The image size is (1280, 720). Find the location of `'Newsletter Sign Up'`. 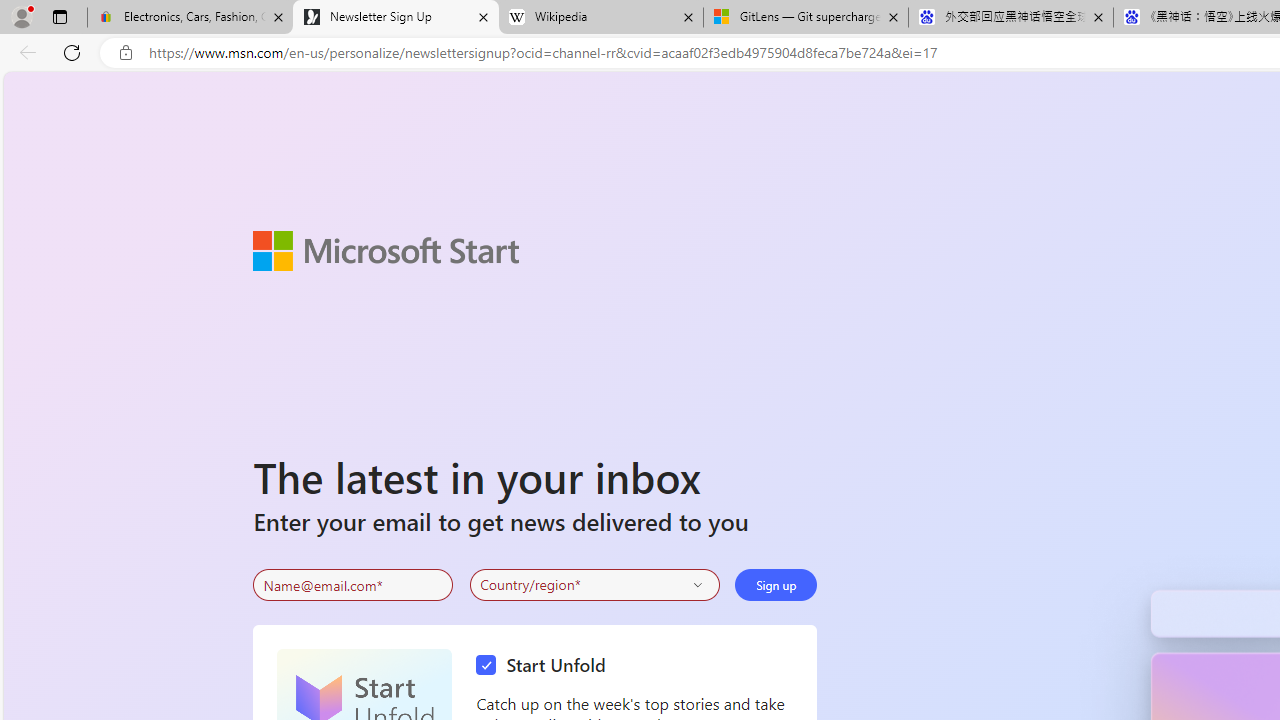

'Newsletter Sign Up' is located at coordinates (396, 17).